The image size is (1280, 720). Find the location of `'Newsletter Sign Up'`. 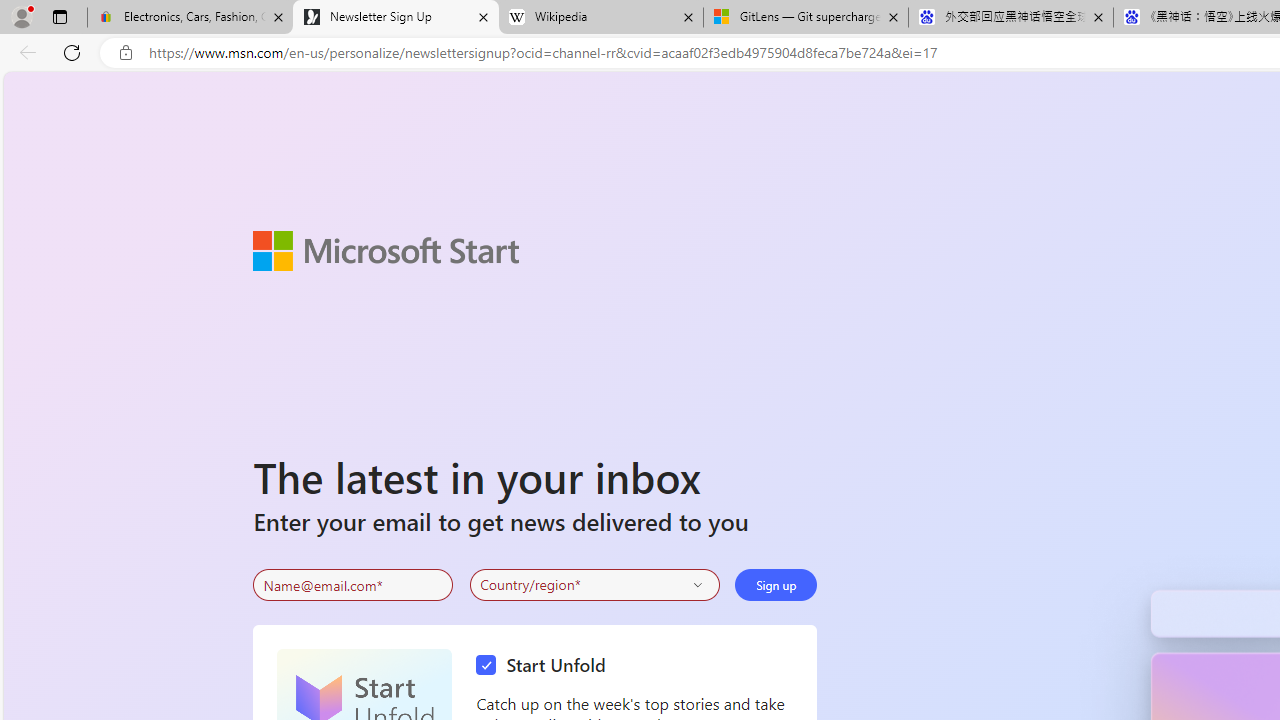

'Newsletter Sign Up' is located at coordinates (396, 17).